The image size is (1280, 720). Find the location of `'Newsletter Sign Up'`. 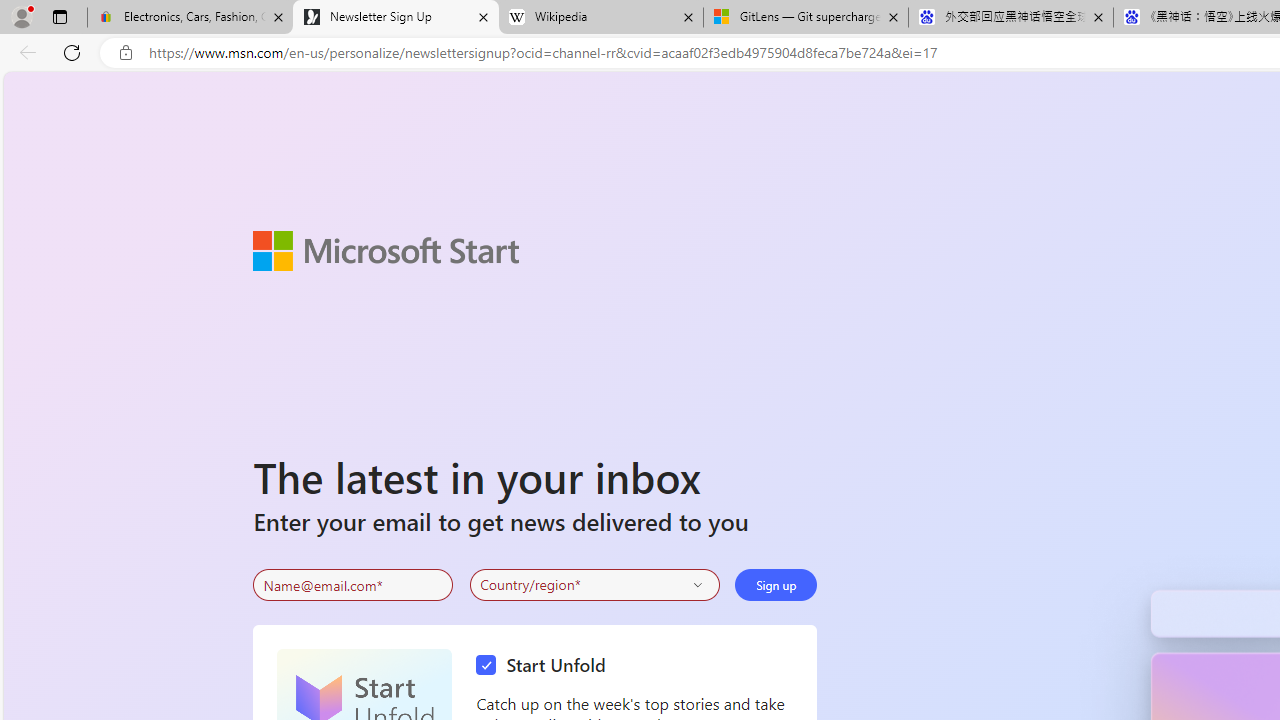

'Newsletter Sign Up' is located at coordinates (396, 17).